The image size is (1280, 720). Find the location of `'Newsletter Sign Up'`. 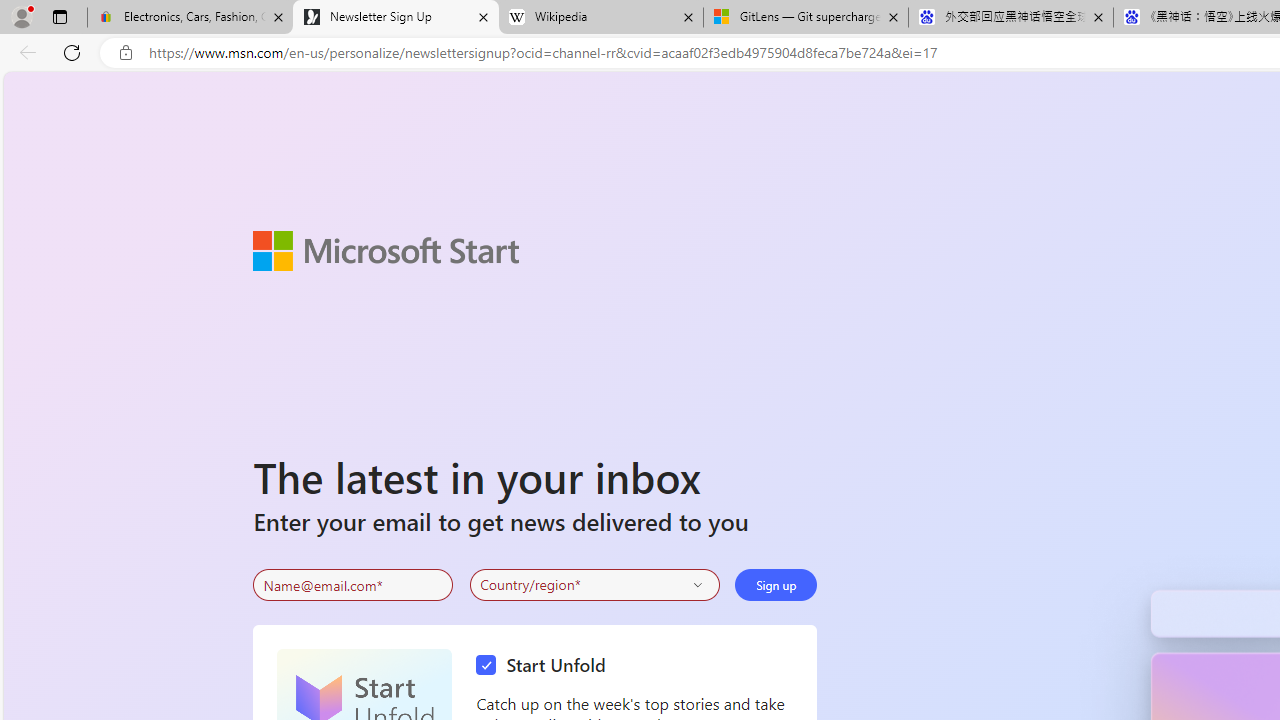

'Newsletter Sign Up' is located at coordinates (396, 17).